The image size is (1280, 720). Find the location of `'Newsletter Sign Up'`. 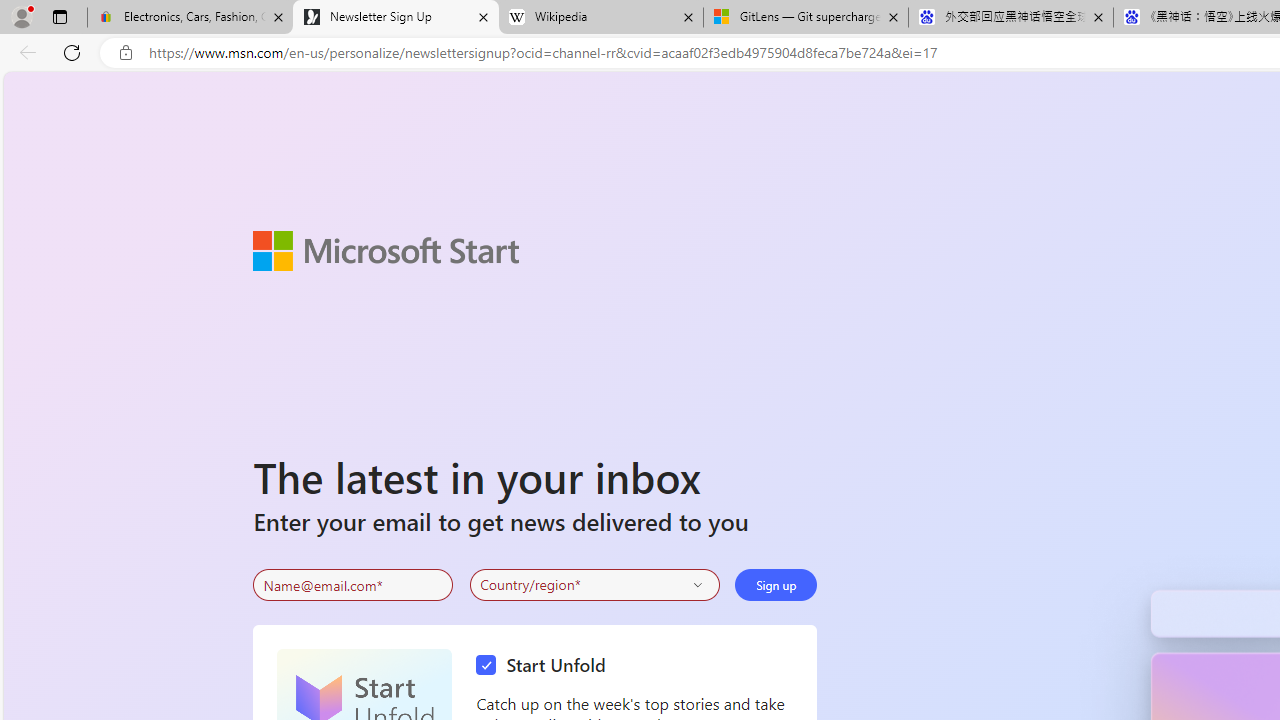

'Newsletter Sign Up' is located at coordinates (396, 17).